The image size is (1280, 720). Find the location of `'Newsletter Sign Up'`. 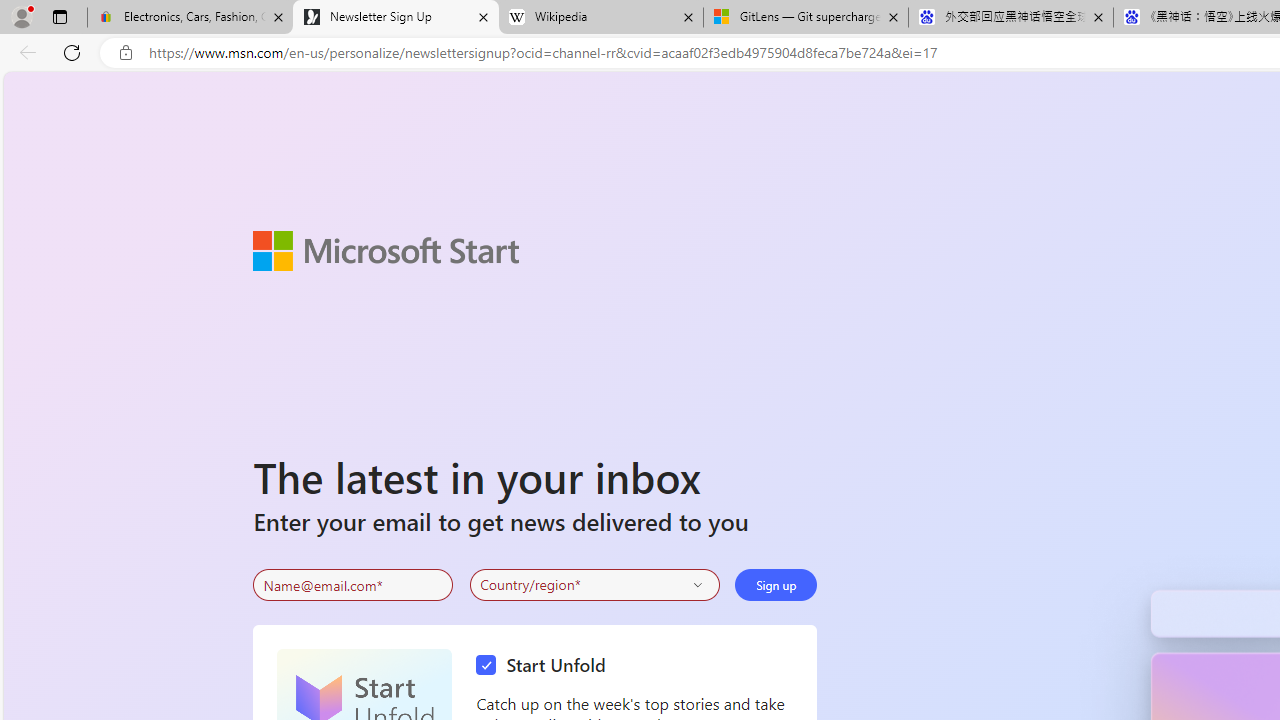

'Newsletter Sign Up' is located at coordinates (396, 17).